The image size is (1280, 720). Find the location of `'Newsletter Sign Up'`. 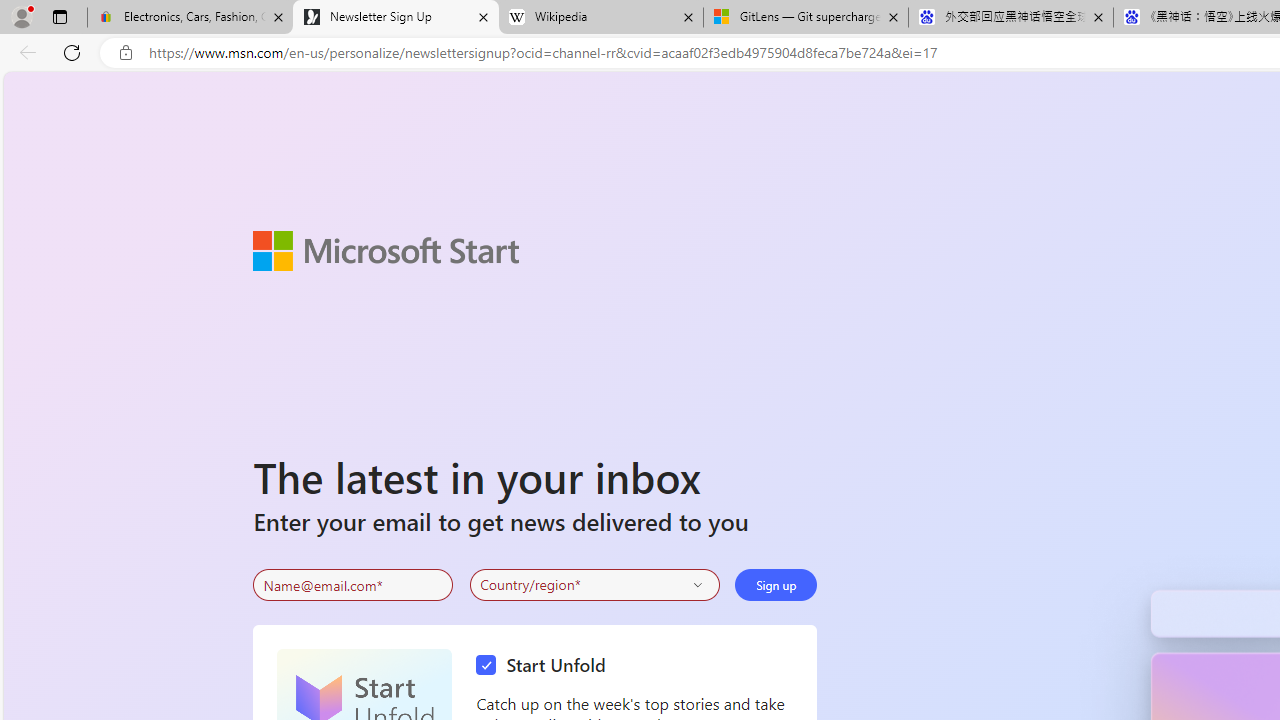

'Newsletter Sign Up' is located at coordinates (396, 17).